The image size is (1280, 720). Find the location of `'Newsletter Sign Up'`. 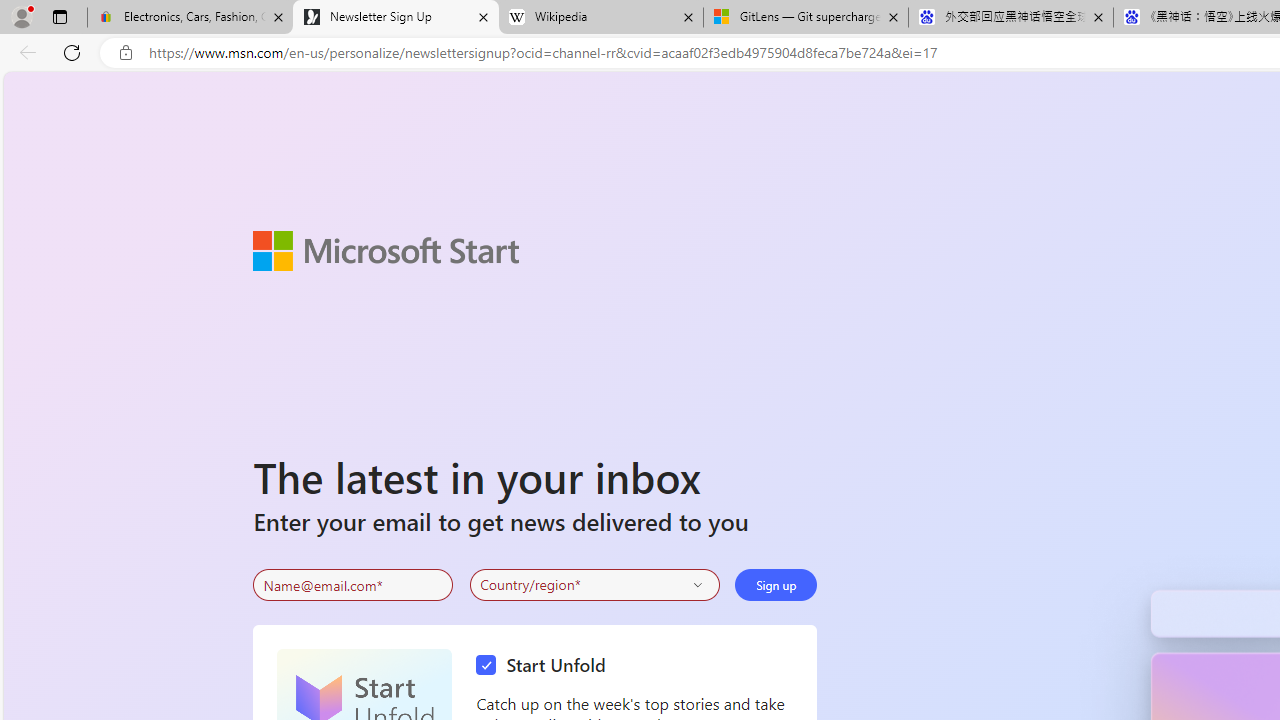

'Newsletter Sign Up' is located at coordinates (396, 17).